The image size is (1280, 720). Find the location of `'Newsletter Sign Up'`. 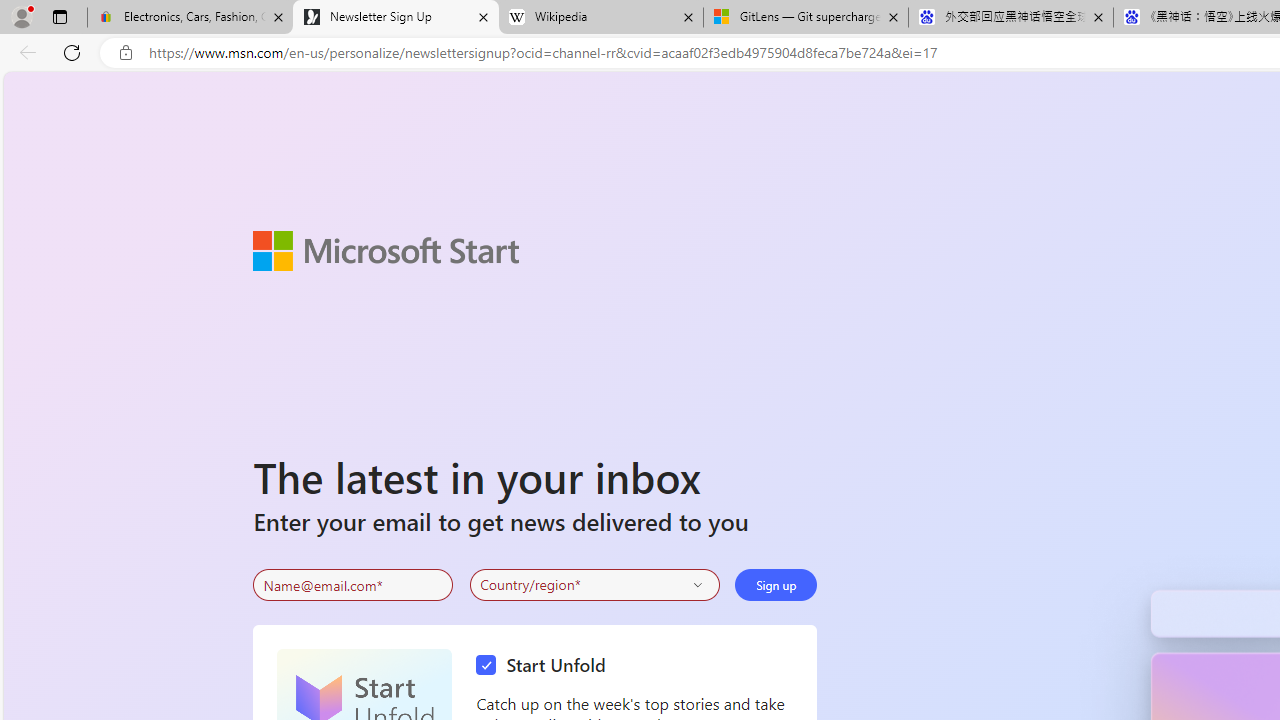

'Newsletter Sign Up' is located at coordinates (396, 17).